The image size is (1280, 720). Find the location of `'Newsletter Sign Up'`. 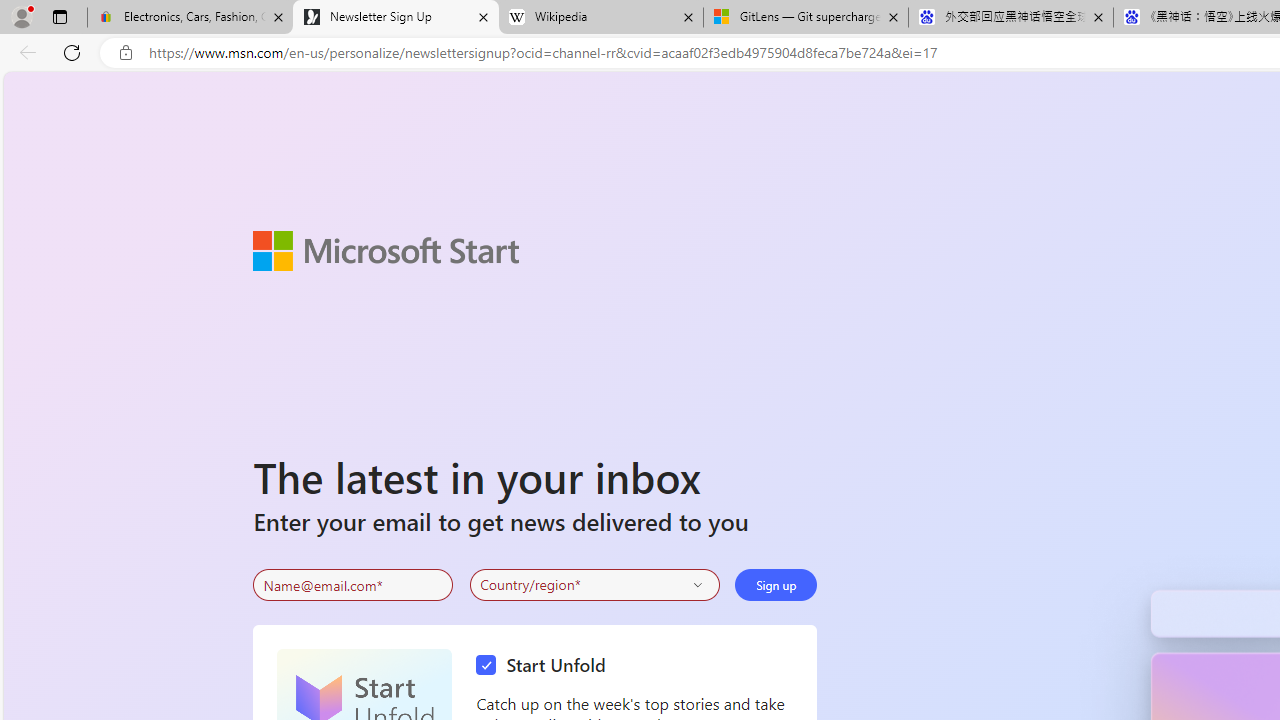

'Newsletter Sign Up' is located at coordinates (396, 17).